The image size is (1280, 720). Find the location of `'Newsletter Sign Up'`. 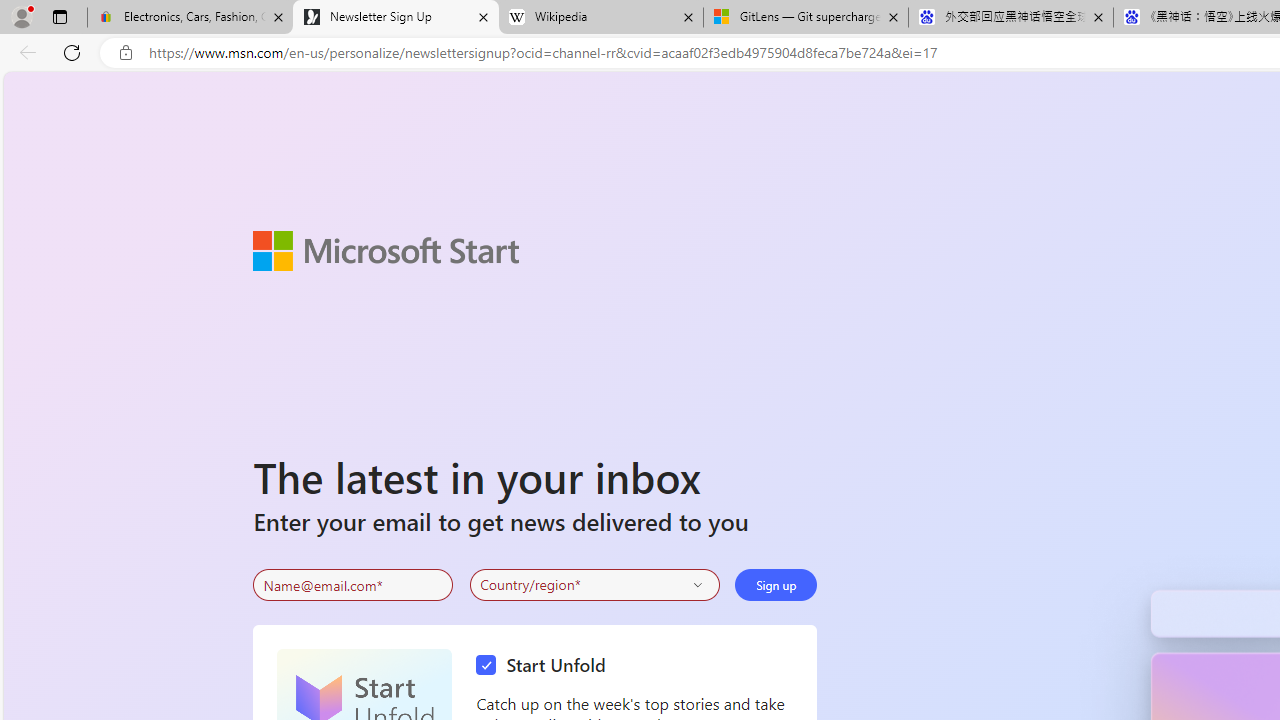

'Newsletter Sign Up' is located at coordinates (396, 17).